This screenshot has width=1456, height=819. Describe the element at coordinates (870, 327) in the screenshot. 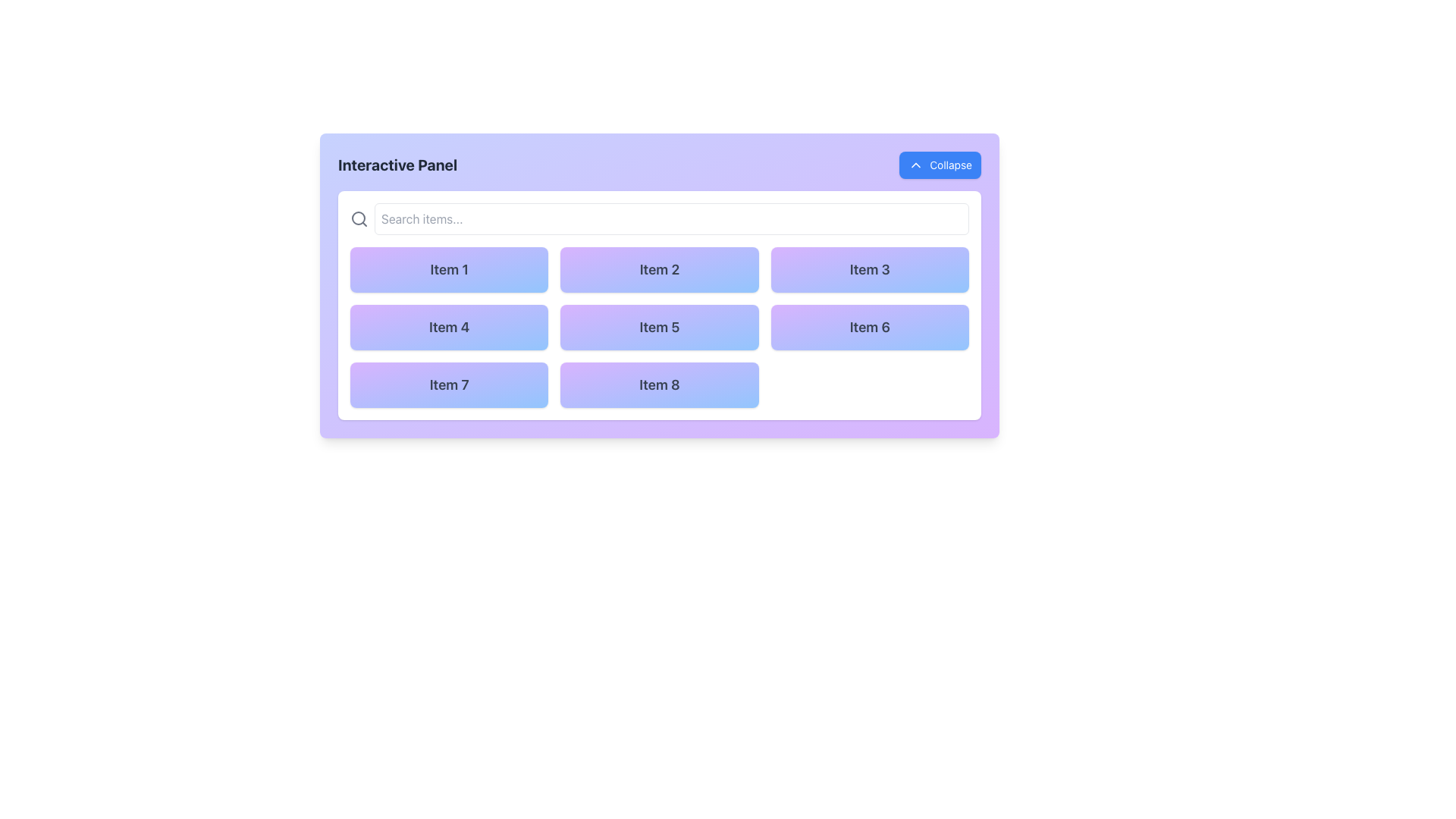

I see `the non-interactive button located in the third column of the second row in the grid layout, aligned with 'Item 5' to its left and 'Item 8' below it` at that location.